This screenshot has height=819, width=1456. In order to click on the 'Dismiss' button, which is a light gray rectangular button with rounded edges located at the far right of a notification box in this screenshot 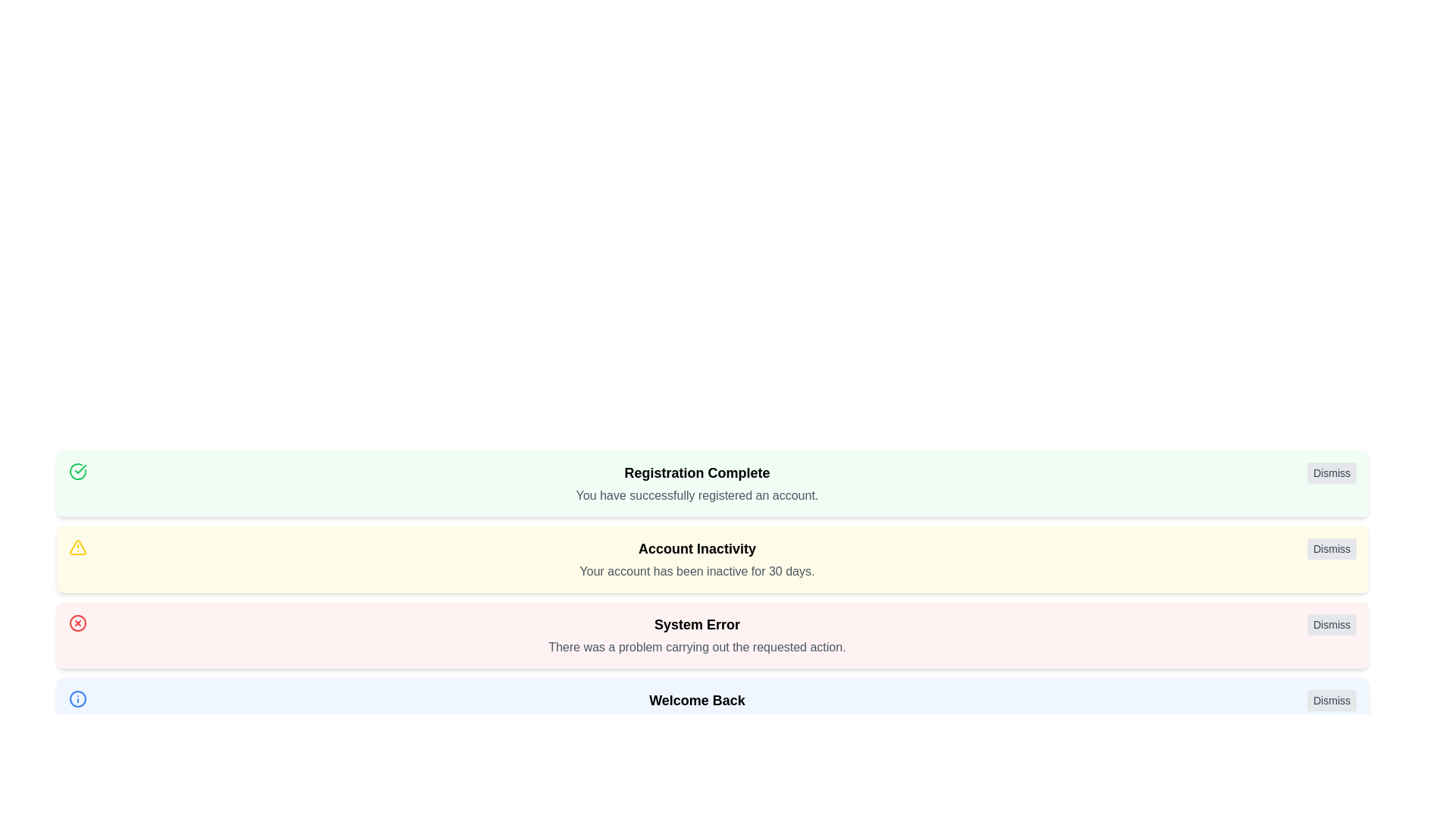, I will do `click(1331, 701)`.